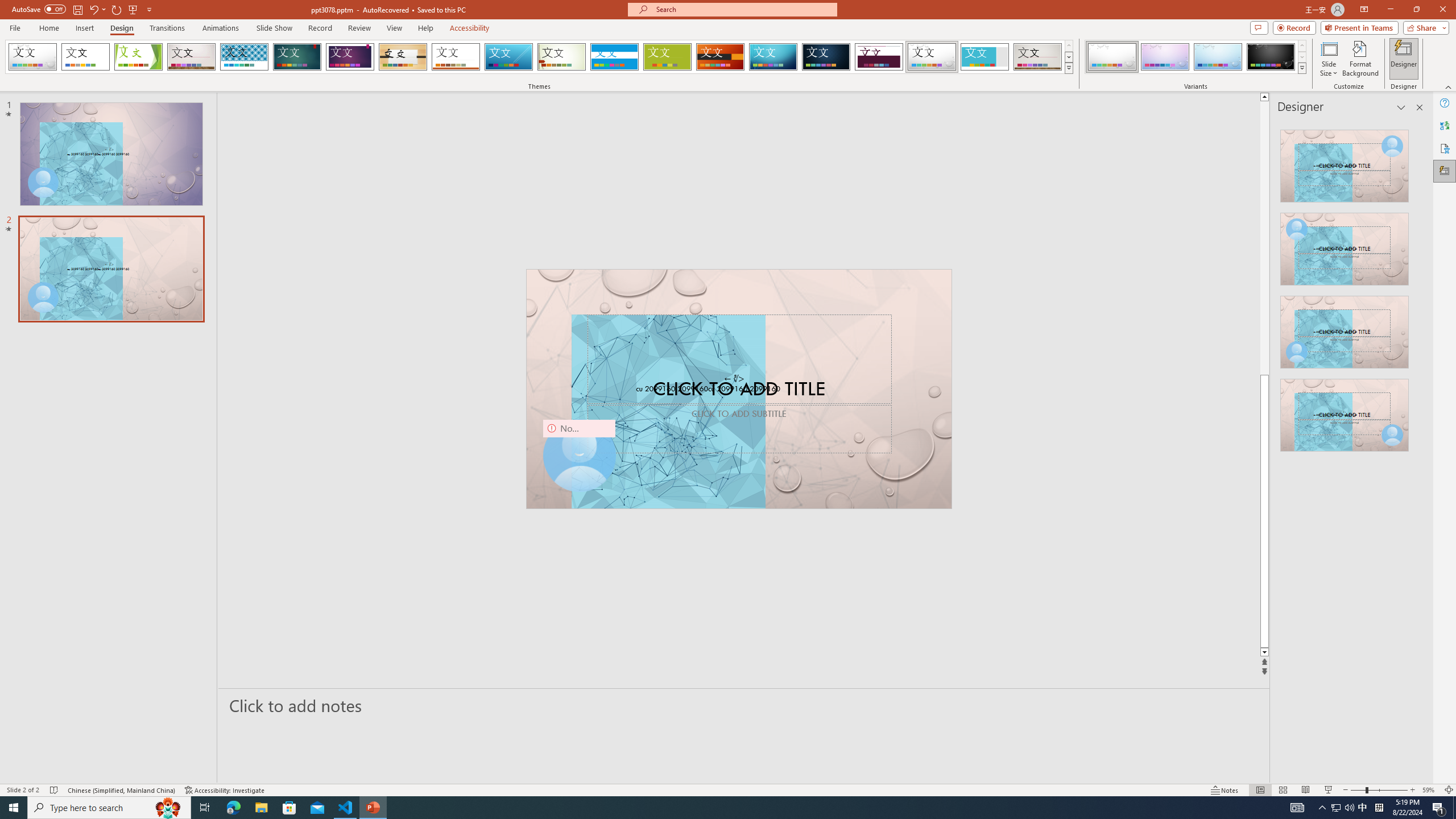  I want to click on 'TextBox 61', so click(737, 390).